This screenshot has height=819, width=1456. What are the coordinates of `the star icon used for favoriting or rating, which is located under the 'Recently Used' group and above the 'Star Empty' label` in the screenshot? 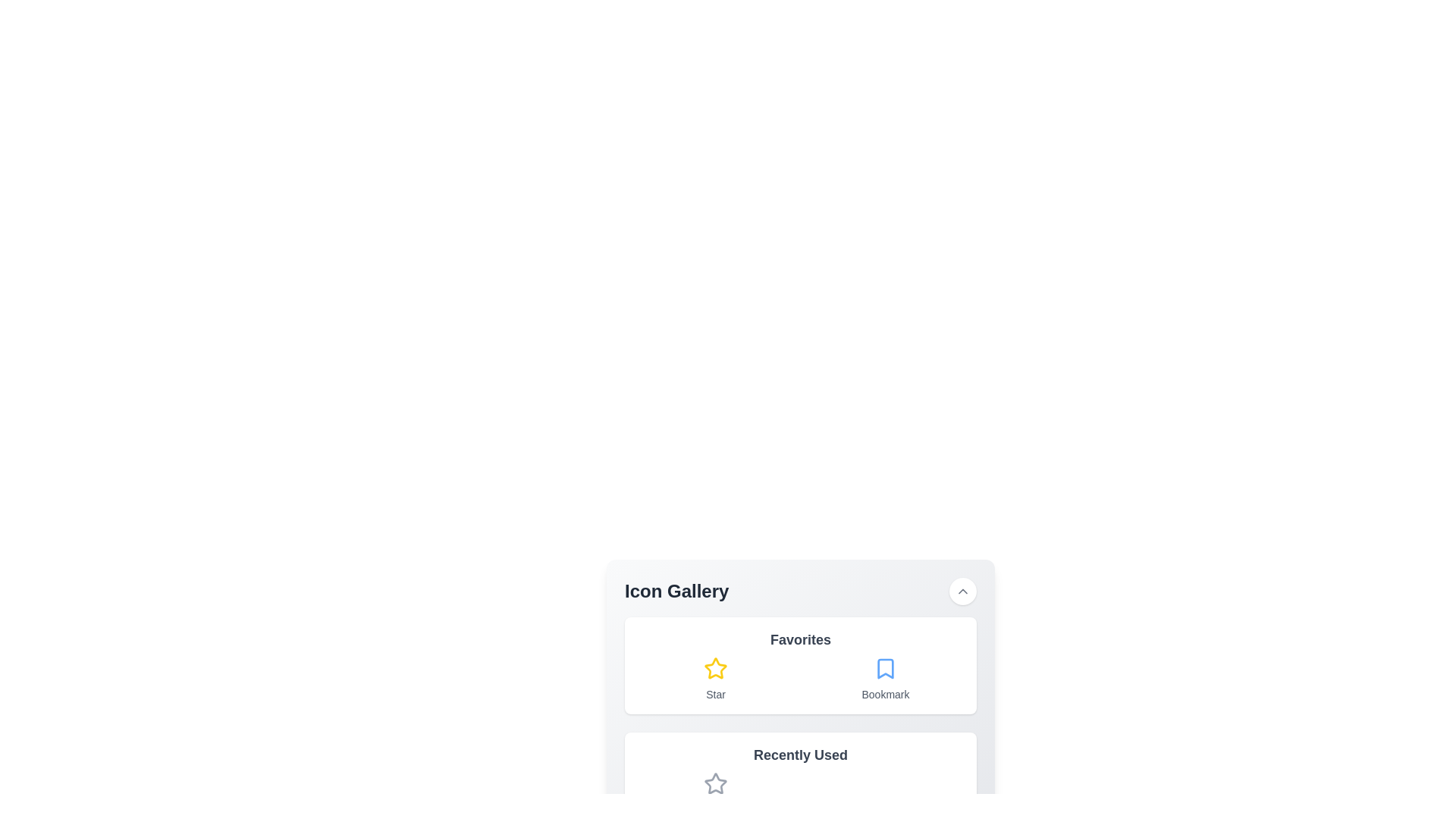 It's located at (715, 783).